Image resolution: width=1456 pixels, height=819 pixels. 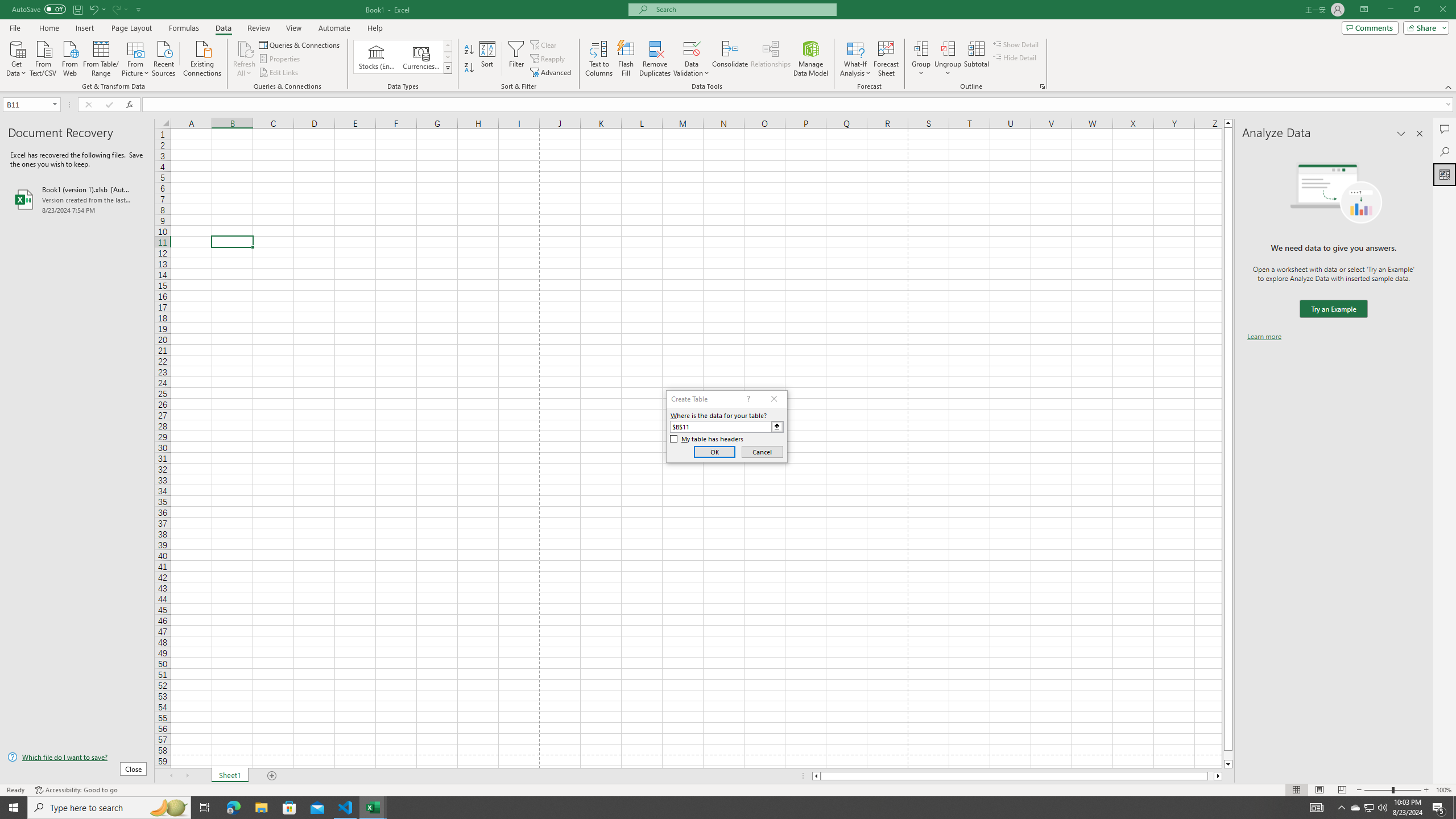 What do you see at coordinates (976, 59) in the screenshot?
I see `'Subtotal'` at bounding box center [976, 59].